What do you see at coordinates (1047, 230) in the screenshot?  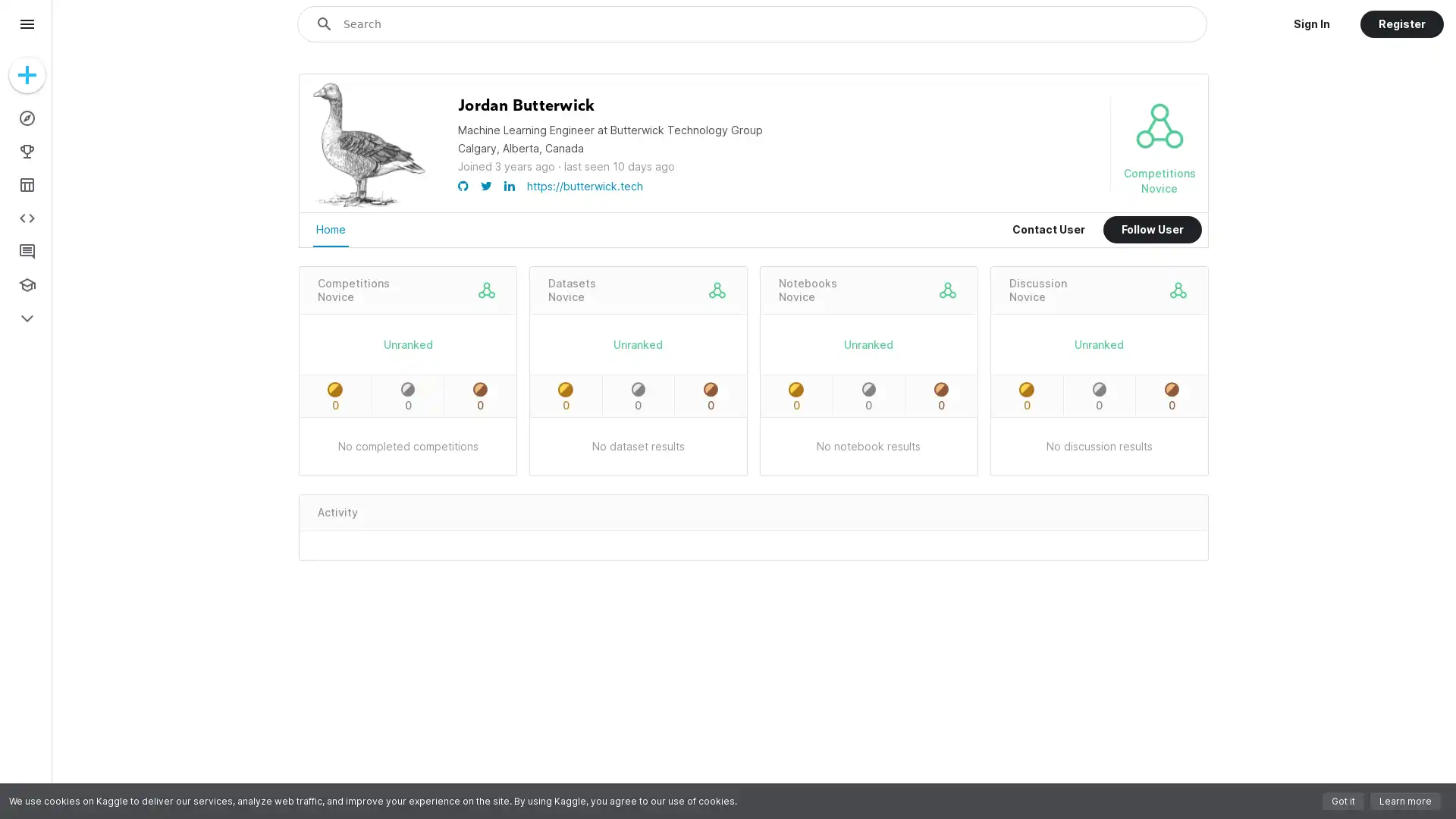 I see `Contact User` at bounding box center [1047, 230].